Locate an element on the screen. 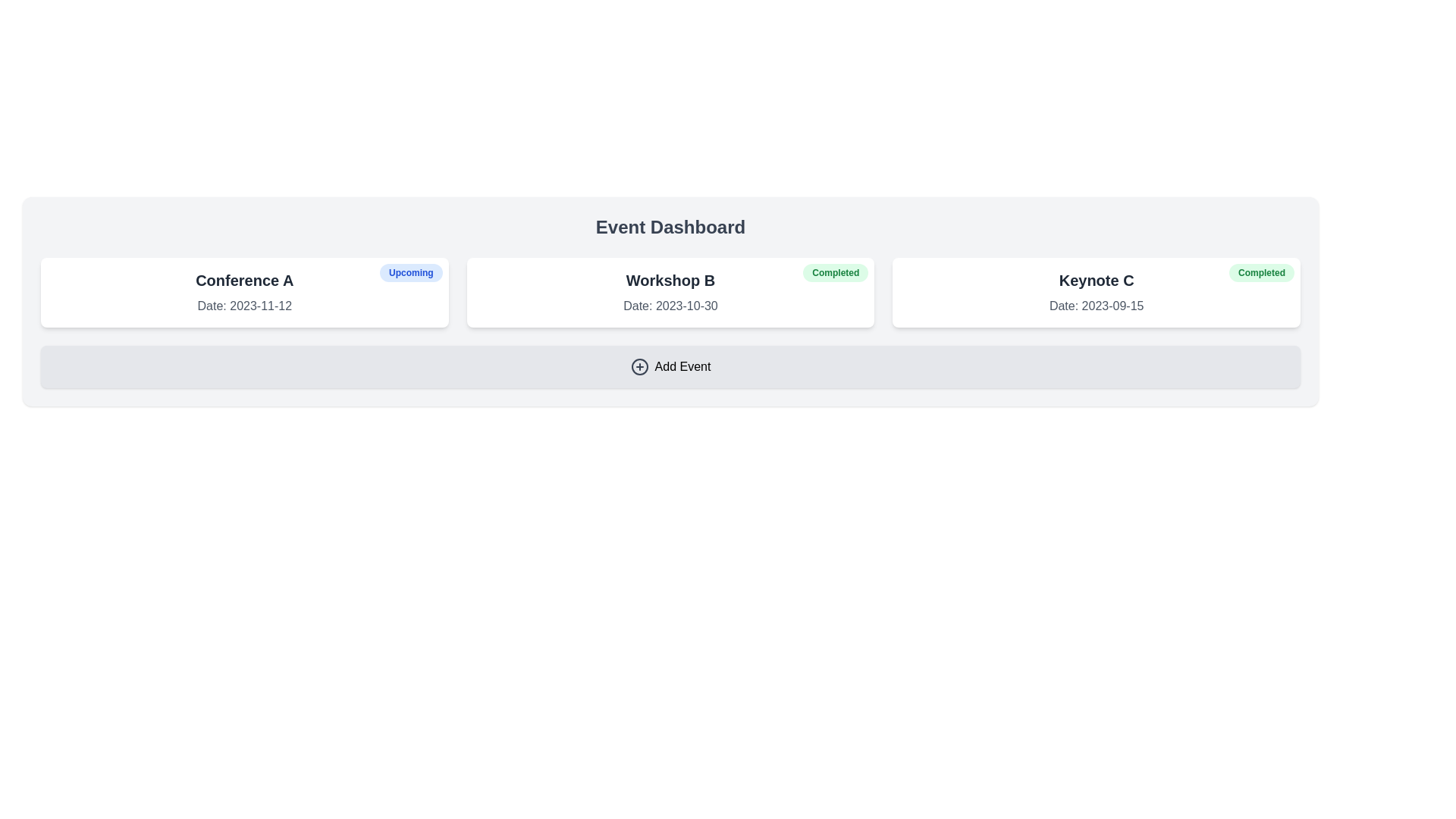 The width and height of the screenshot is (1456, 819). the Event card titled 'Conference A' is located at coordinates (244, 292).